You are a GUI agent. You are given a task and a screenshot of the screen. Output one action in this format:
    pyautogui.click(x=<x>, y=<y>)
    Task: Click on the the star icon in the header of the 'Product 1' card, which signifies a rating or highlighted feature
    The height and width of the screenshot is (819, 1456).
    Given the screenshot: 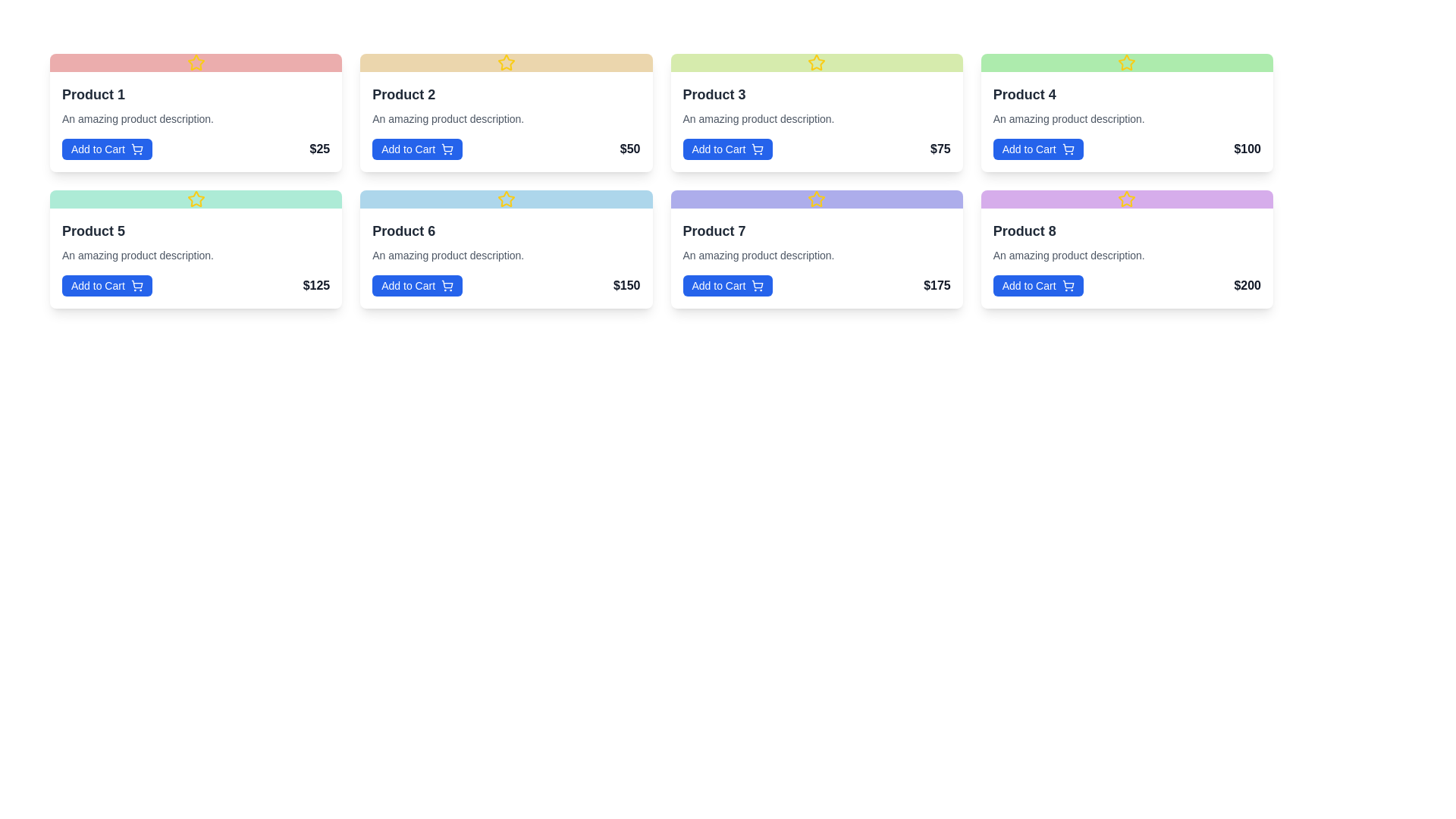 What is the action you would take?
    pyautogui.click(x=195, y=62)
    